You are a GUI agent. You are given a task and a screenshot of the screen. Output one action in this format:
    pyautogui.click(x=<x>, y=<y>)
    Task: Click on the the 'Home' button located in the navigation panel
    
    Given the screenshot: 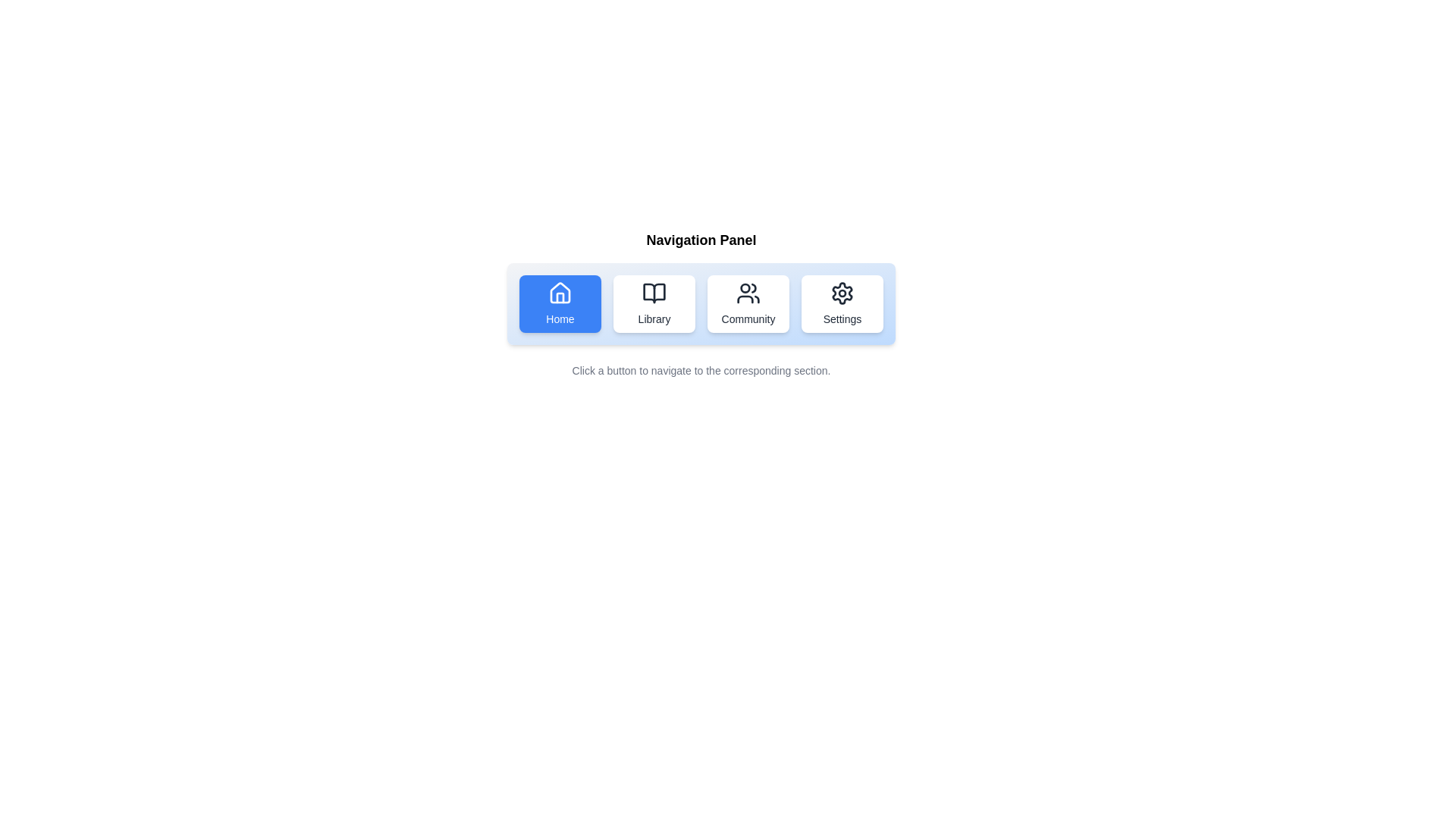 What is the action you would take?
    pyautogui.click(x=560, y=304)
    